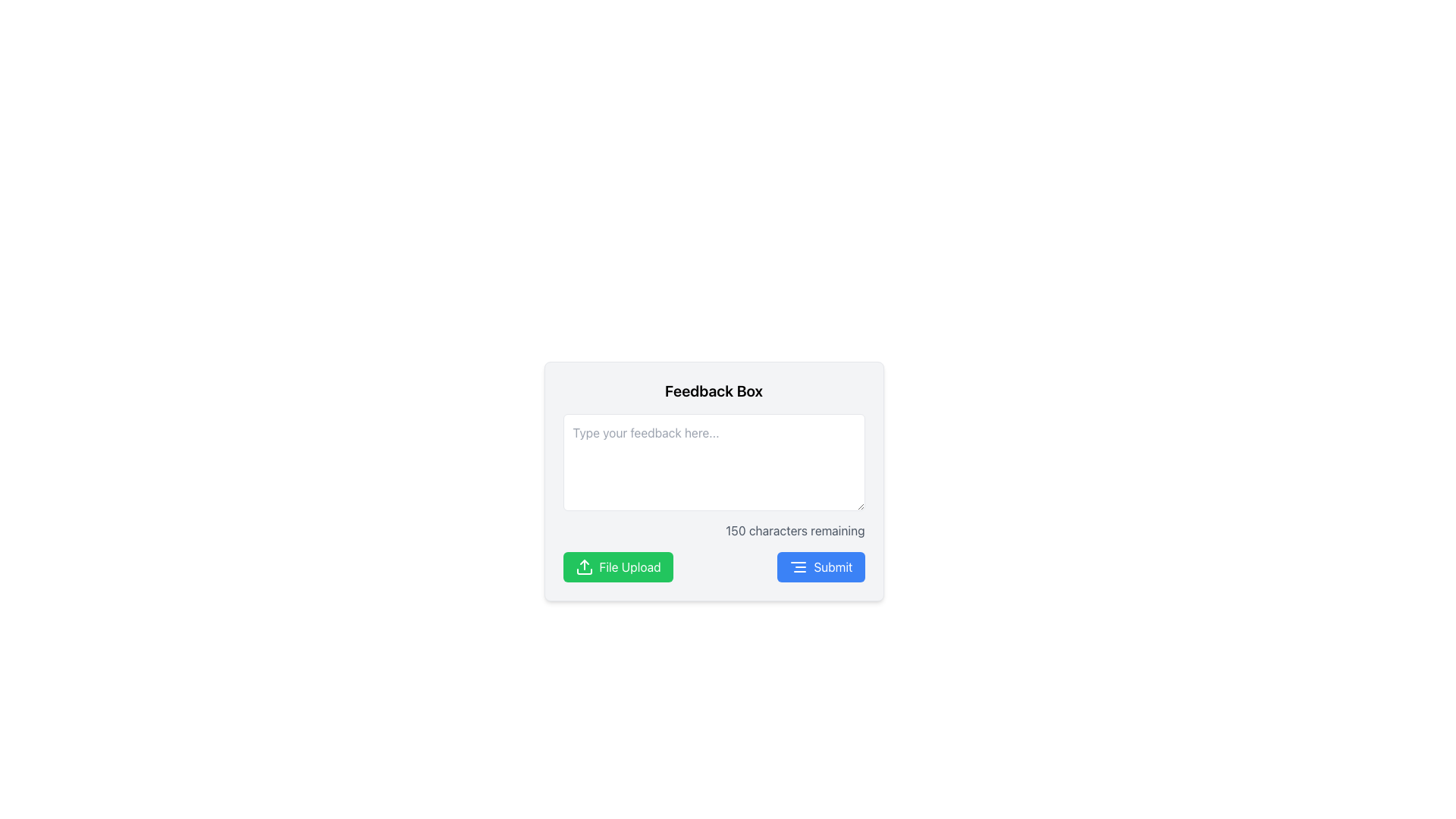 The image size is (1456, 819). I want to click on the rectangular green button labeled 'File Upload' with rounded corners to initiate a file upload, so click(618, 567).